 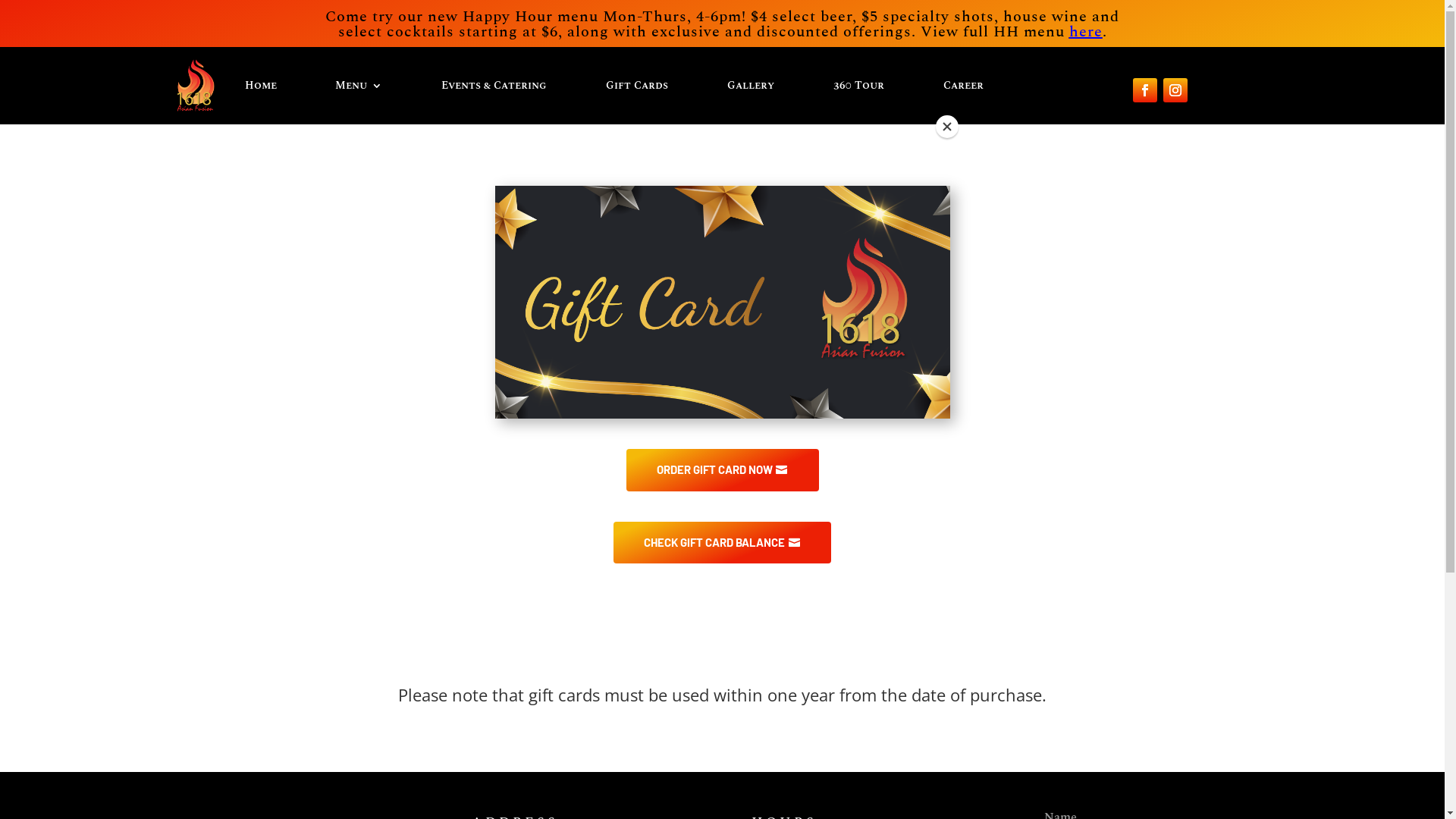 What do you see at coordinates (721, 542) in the screenshot?
I see `'CHECK GIFT CARD BALANCE'` at bounding box center [721, 542].